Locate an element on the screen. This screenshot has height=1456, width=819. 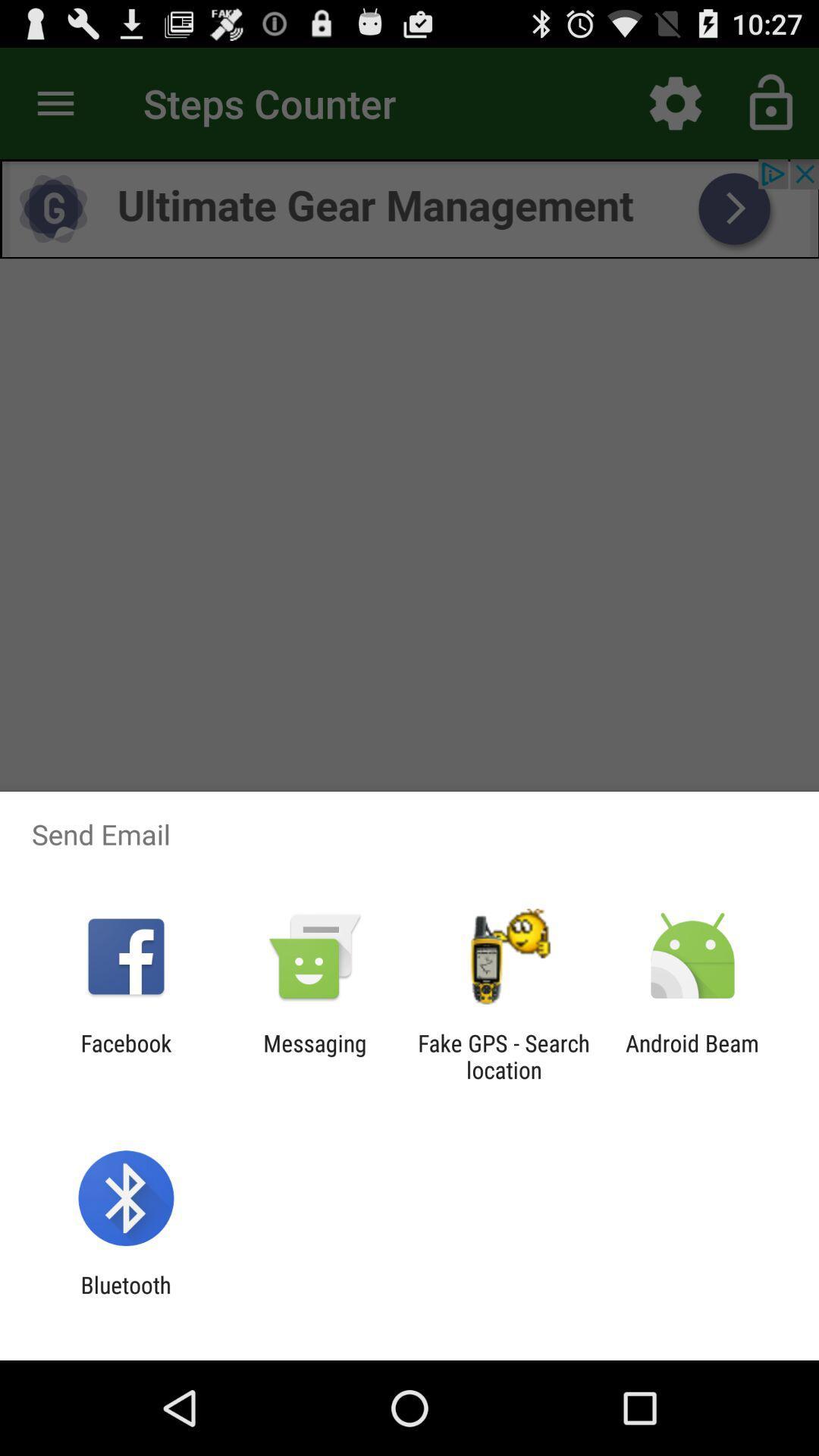
the item next to messaging is located at coordinates (125, 1056).